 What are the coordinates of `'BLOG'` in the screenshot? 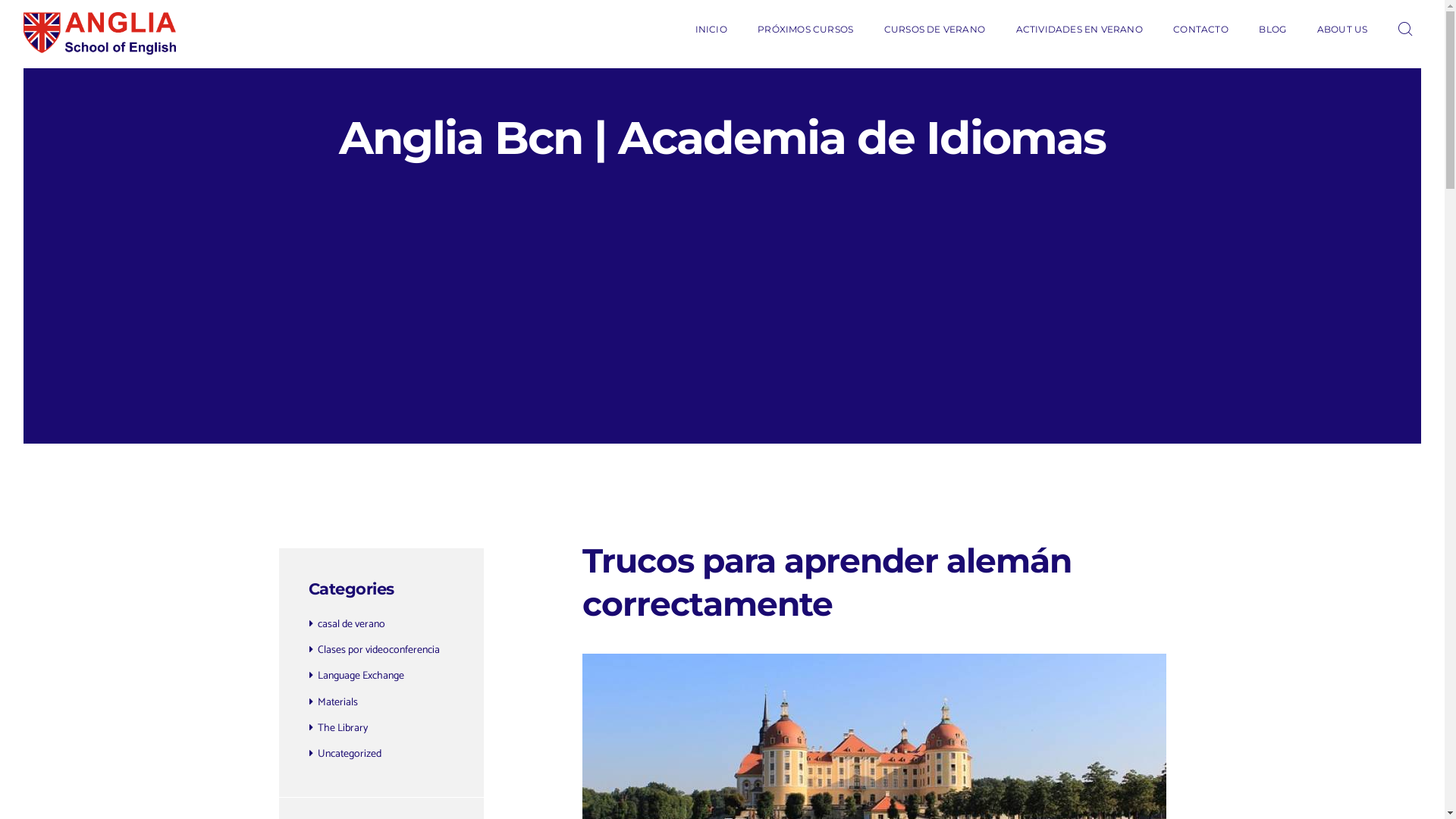 It's located at (1272, 29).